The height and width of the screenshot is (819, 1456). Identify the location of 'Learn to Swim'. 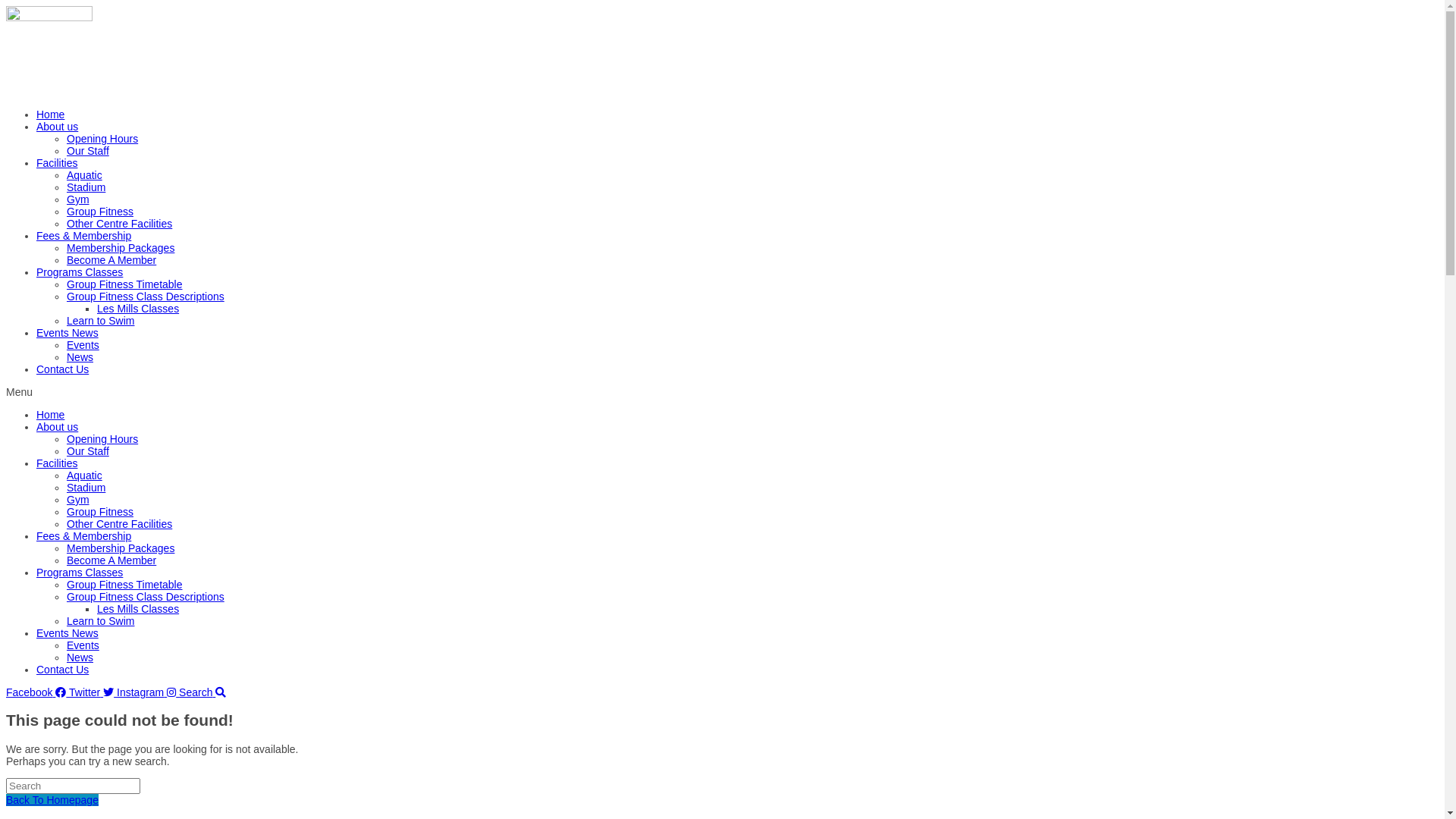
(99, 620).